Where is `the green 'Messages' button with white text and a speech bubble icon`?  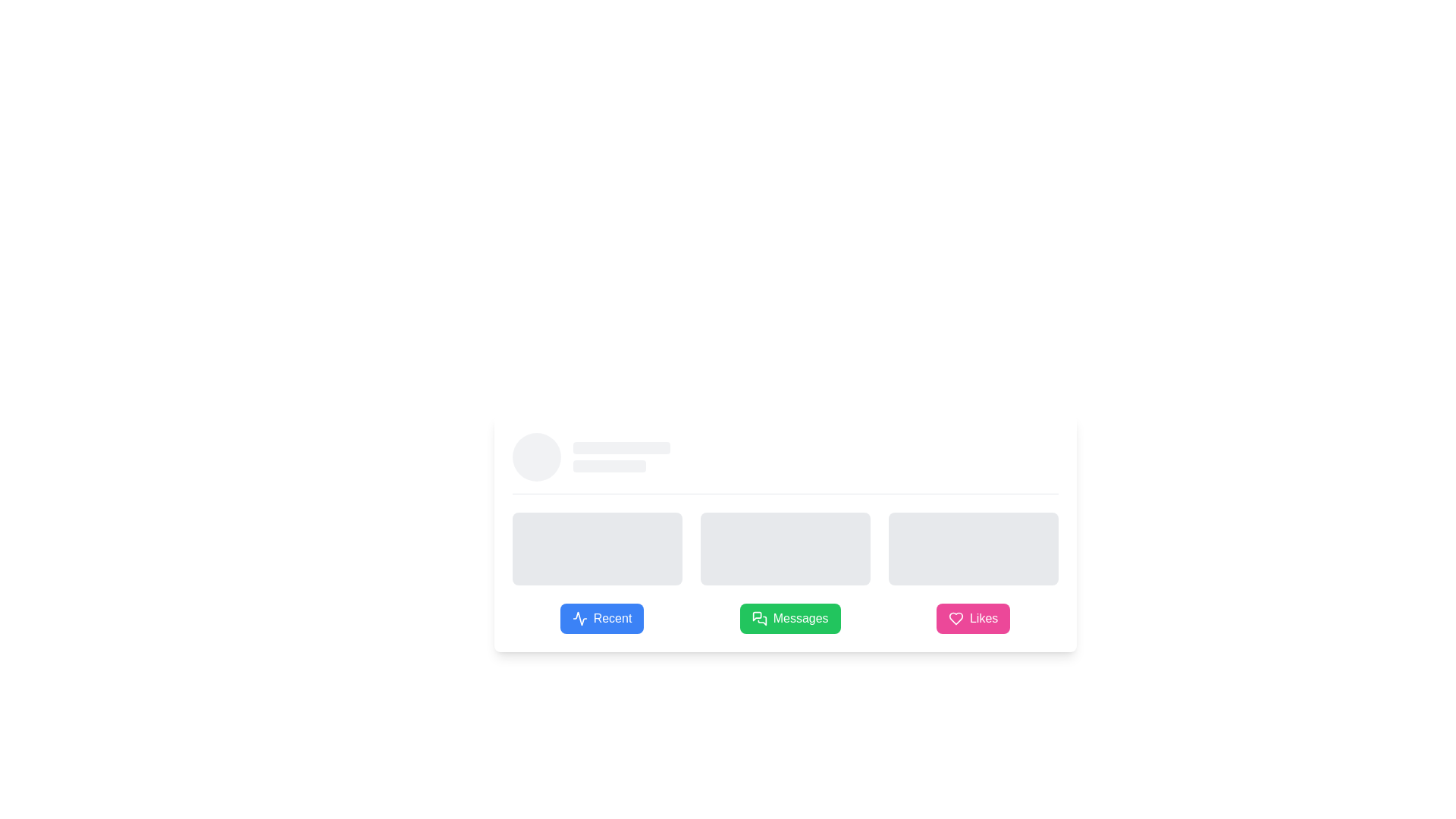
the green 'Messages' button with white text and a speech bubble icon is located at coordinates (785, 619).